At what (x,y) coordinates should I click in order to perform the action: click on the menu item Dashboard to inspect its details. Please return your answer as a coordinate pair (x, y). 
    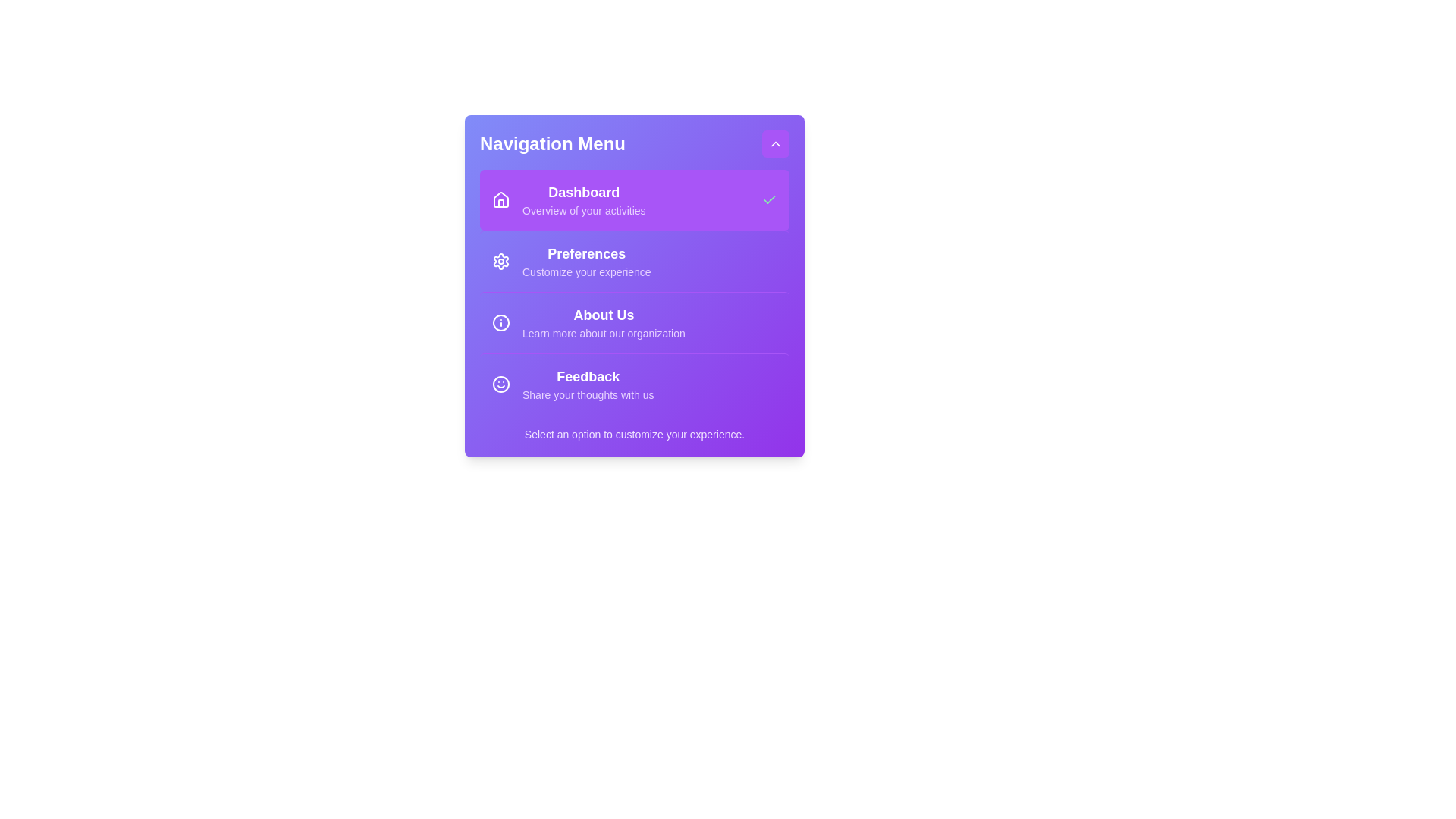
    Looking at the image, I should click on (634, 199).